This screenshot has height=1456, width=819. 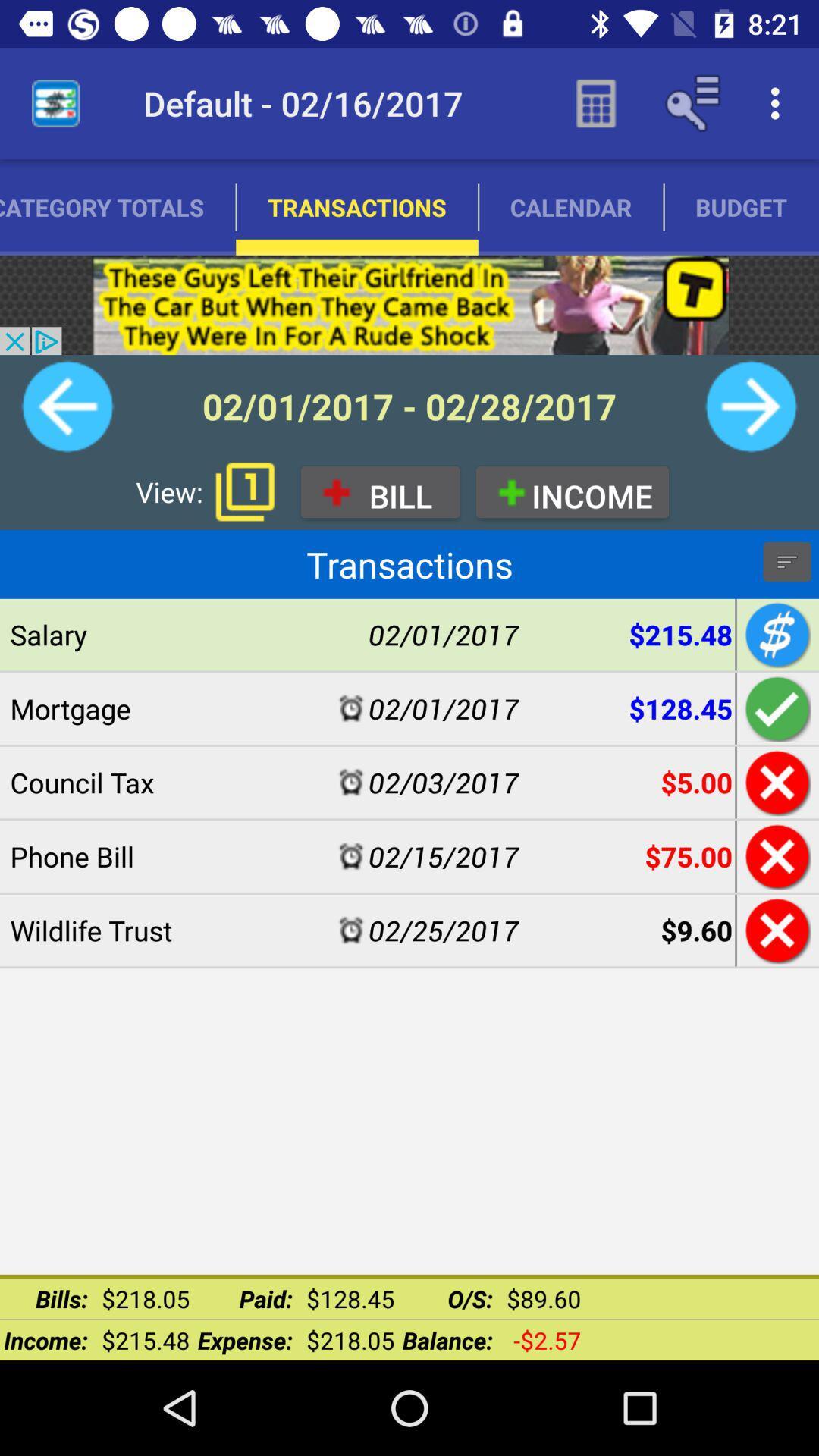 I want to click on previous month 's bill, so click(x=67, y=406).